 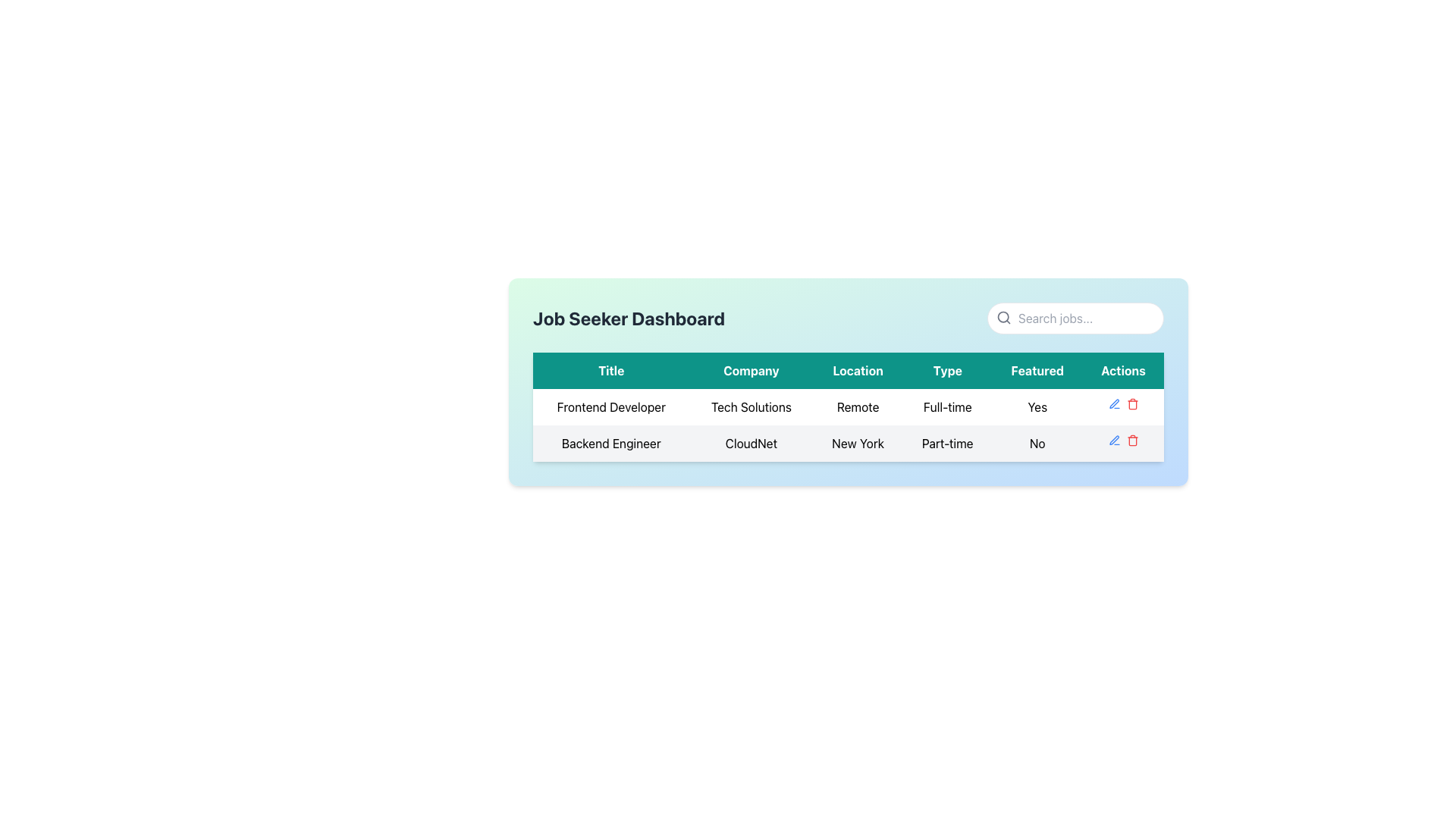 What do you see at coordinates (1114, 403) in the screenshot?
I see `the Icon Button for editing the 'Backend Engineer' job entry` at bounding box center [1114, 403].